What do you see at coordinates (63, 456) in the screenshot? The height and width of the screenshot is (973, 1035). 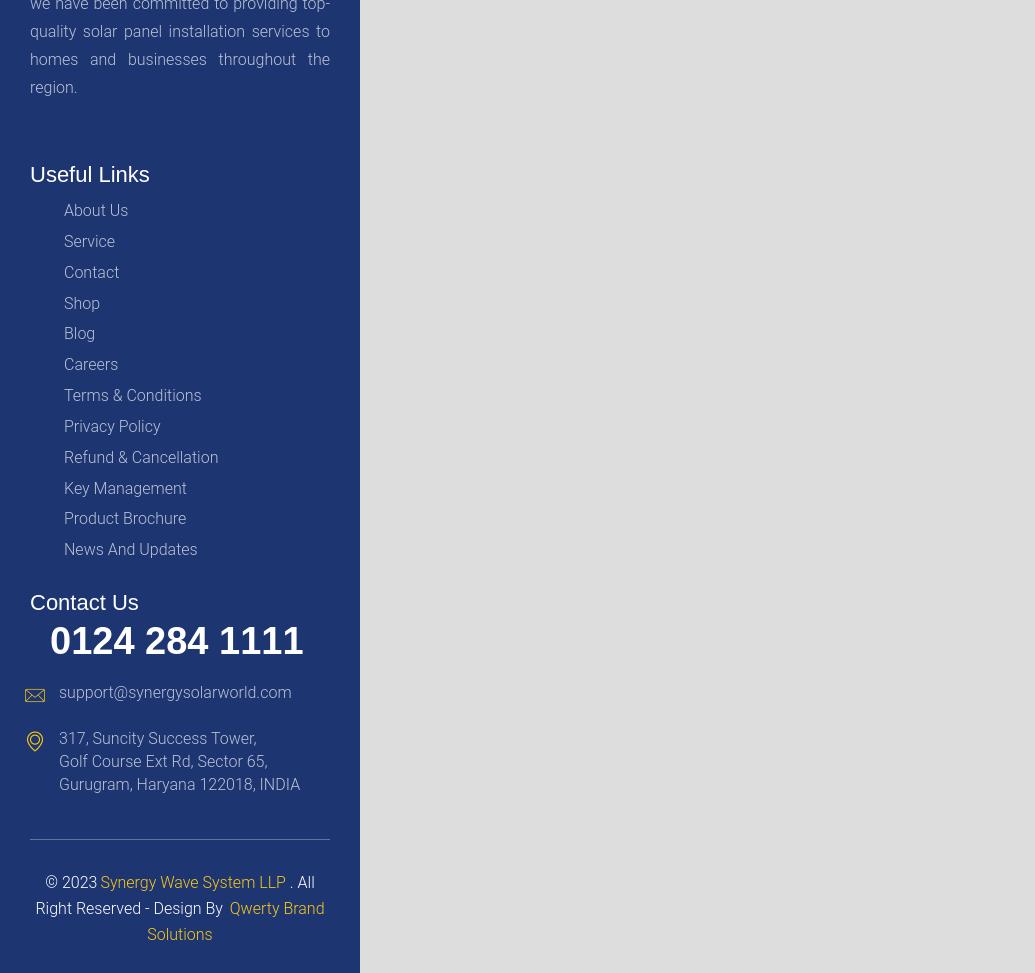 I see `'Refund & Cancellation'` at bounding box center [63, 456].